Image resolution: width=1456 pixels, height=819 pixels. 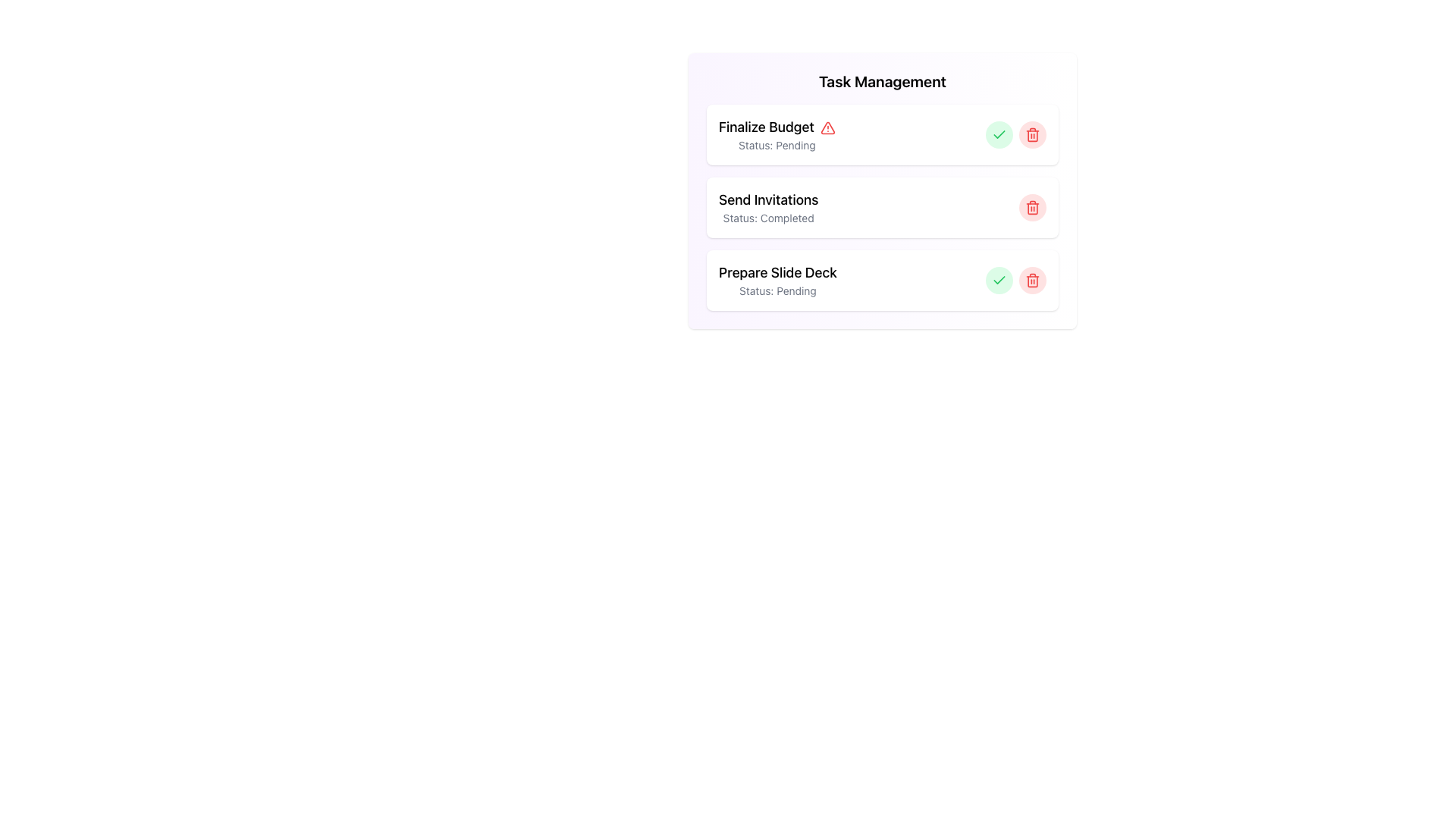 I want to click on the rounded red button with a trash can icon located at the far right of the task management section, so click(x=1032, y=133).